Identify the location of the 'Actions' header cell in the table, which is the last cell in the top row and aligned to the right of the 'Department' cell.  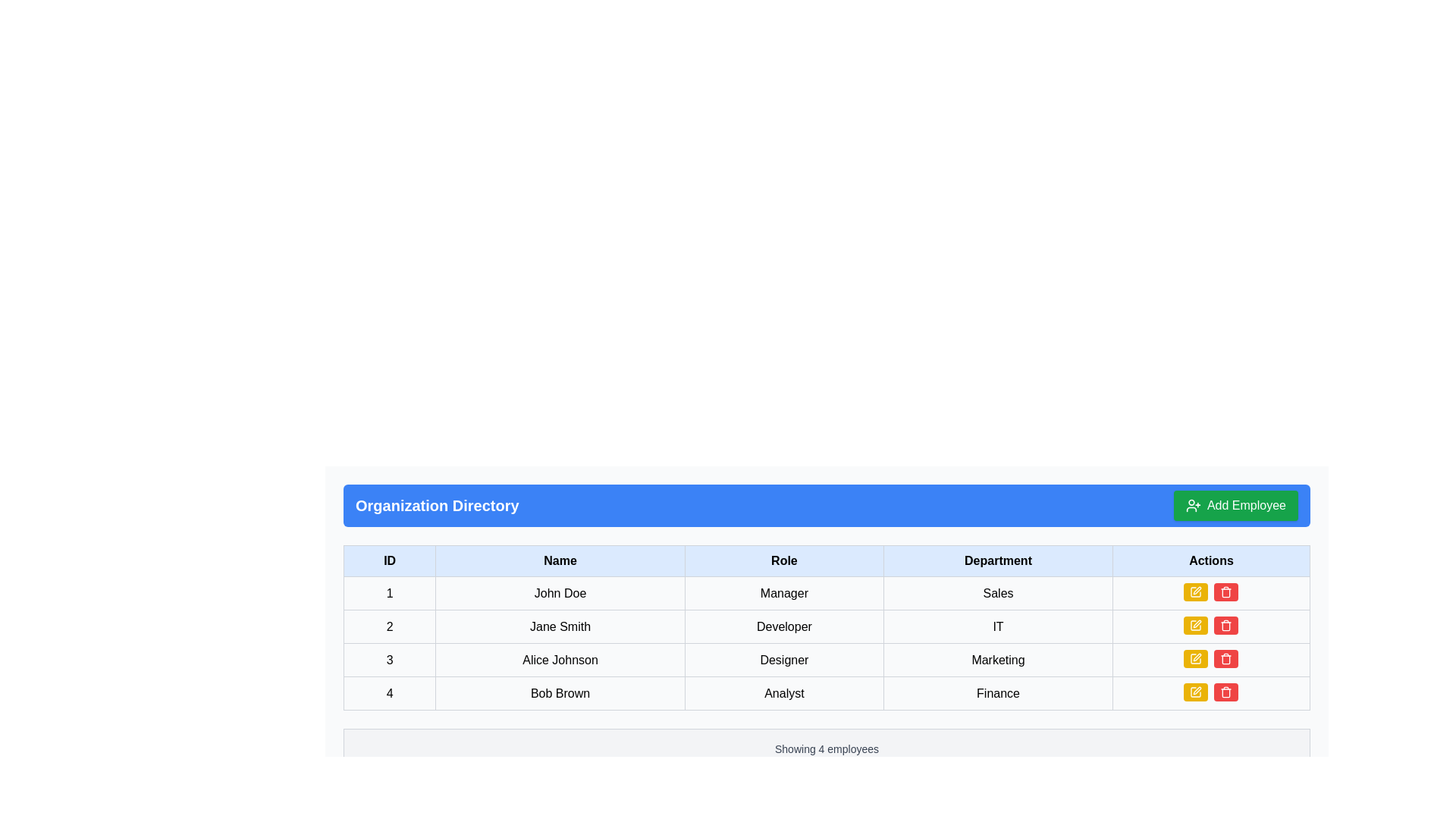
(1210, 561).